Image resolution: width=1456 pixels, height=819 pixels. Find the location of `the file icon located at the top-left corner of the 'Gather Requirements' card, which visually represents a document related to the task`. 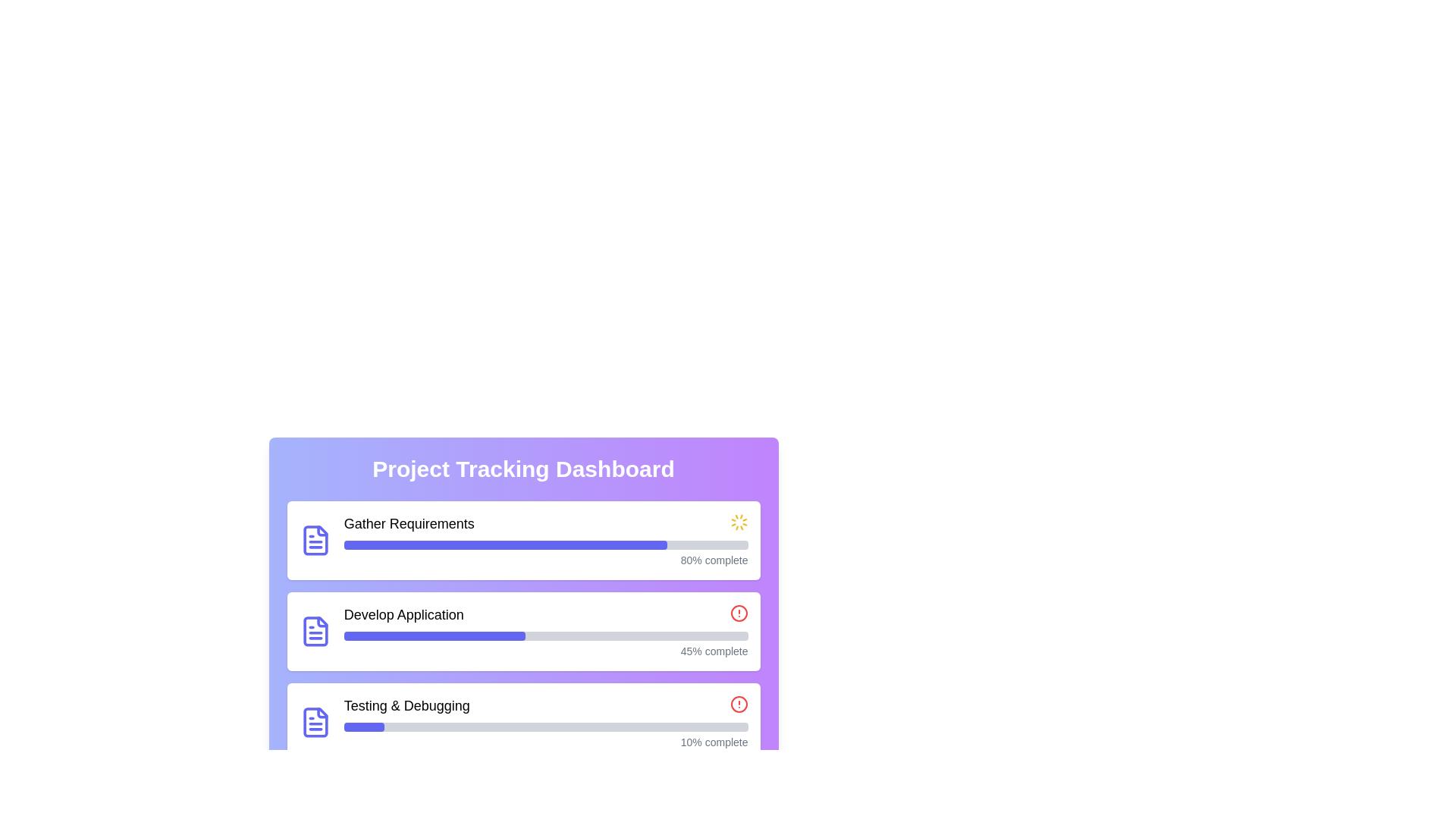

the file icon located at the top-left corner of the 'Gather Requirements' card, which visually represents a document related to the task is located at coordinates (315, 540).